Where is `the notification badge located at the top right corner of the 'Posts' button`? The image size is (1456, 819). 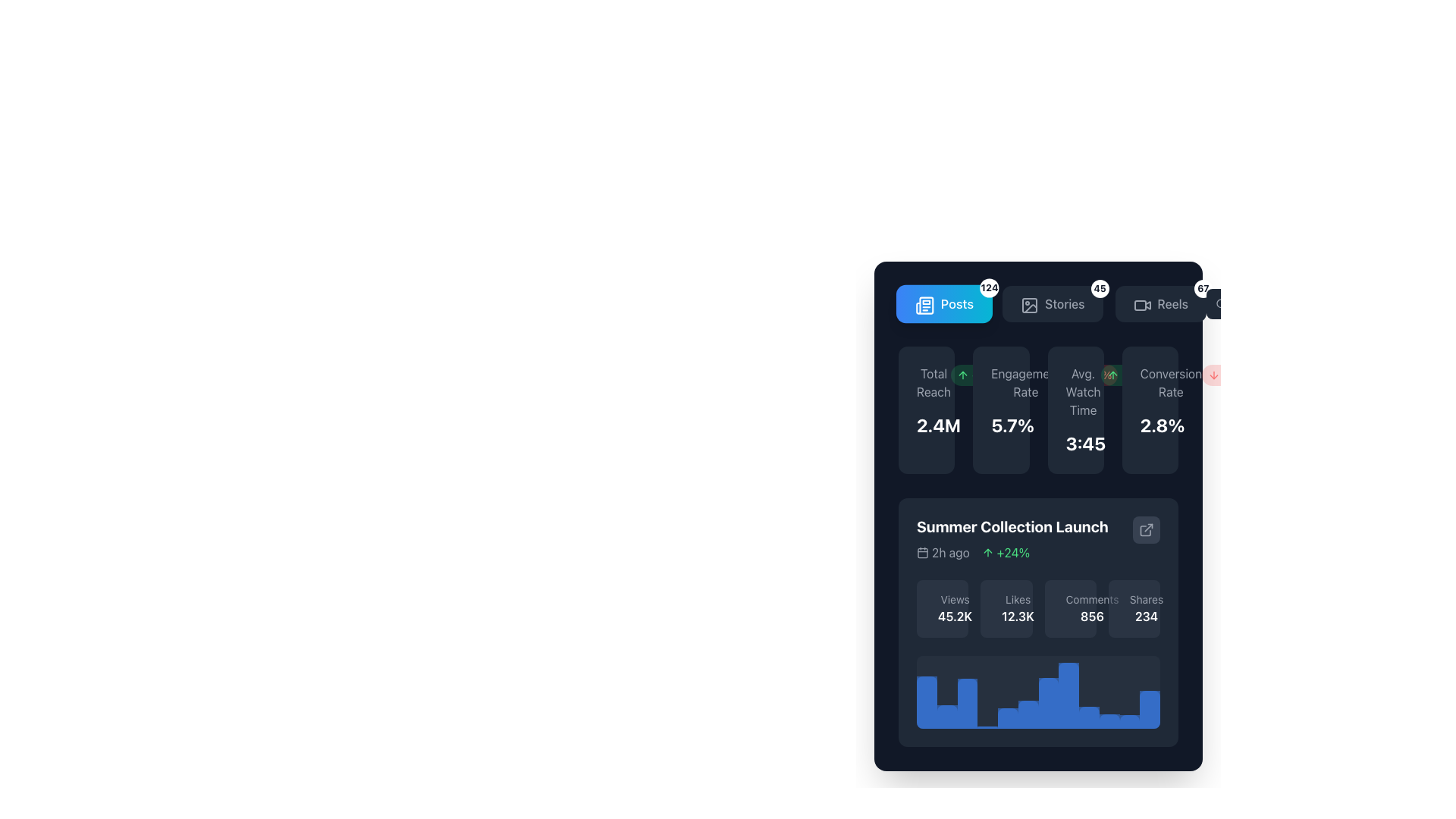
the notification badge located at the top right corner of the 'Posts' button is located at coordinates (990, 288).